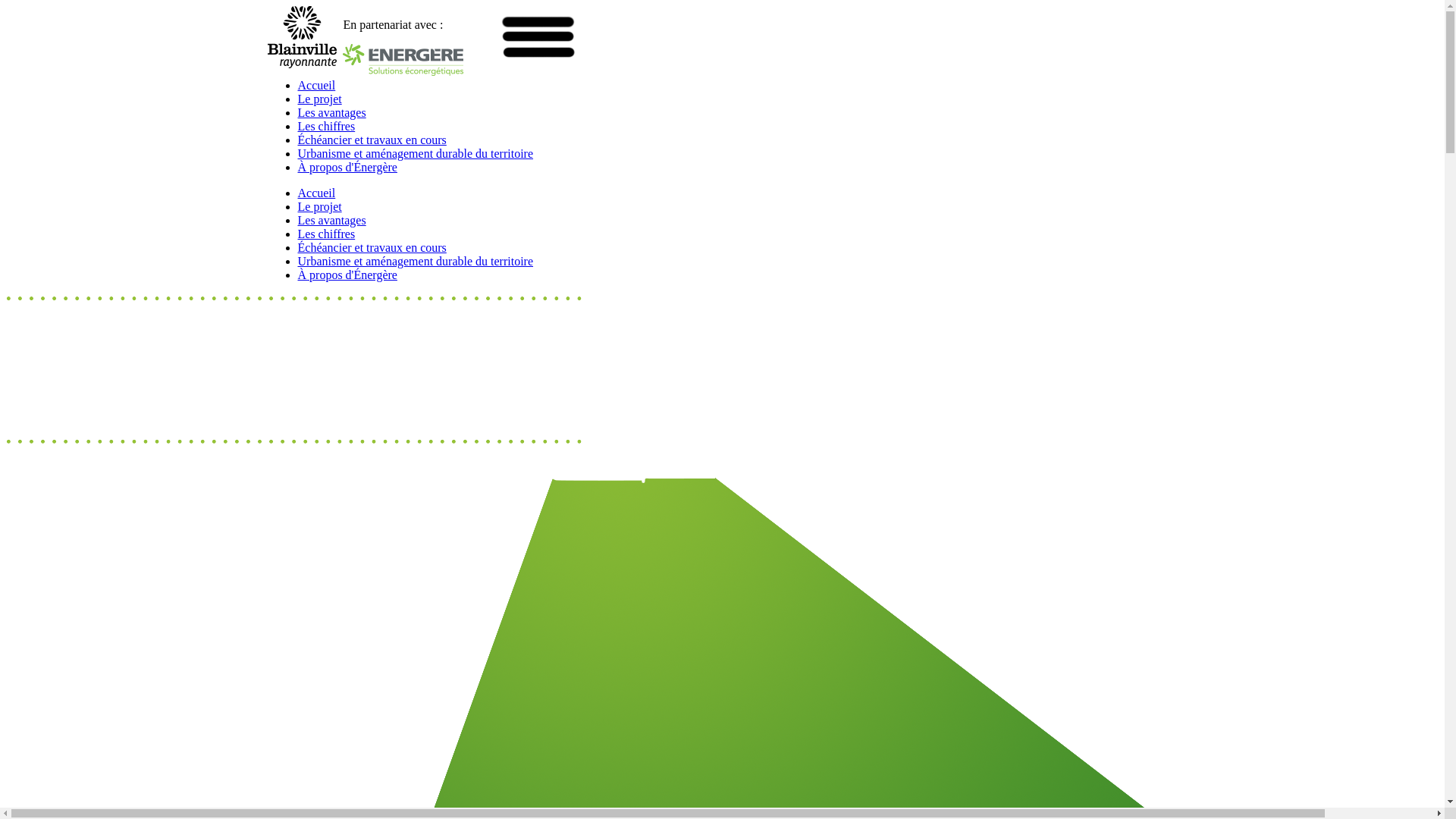 The image size is (1456, 819). I want to click on 'Les chiffres', so click(325, 125).